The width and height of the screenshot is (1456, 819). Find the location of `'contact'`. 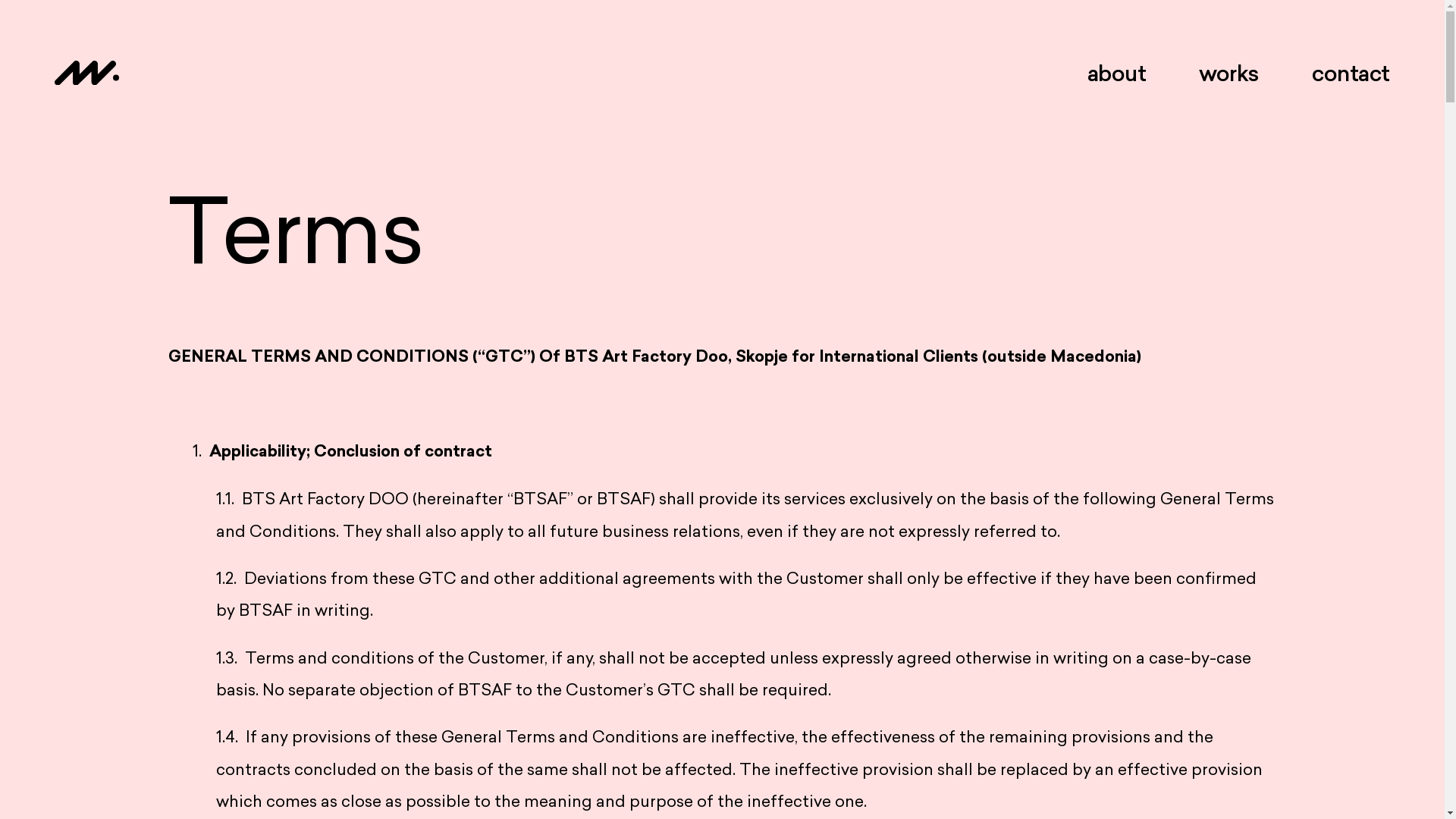

'contact' is located at coordinates (1310, 73).